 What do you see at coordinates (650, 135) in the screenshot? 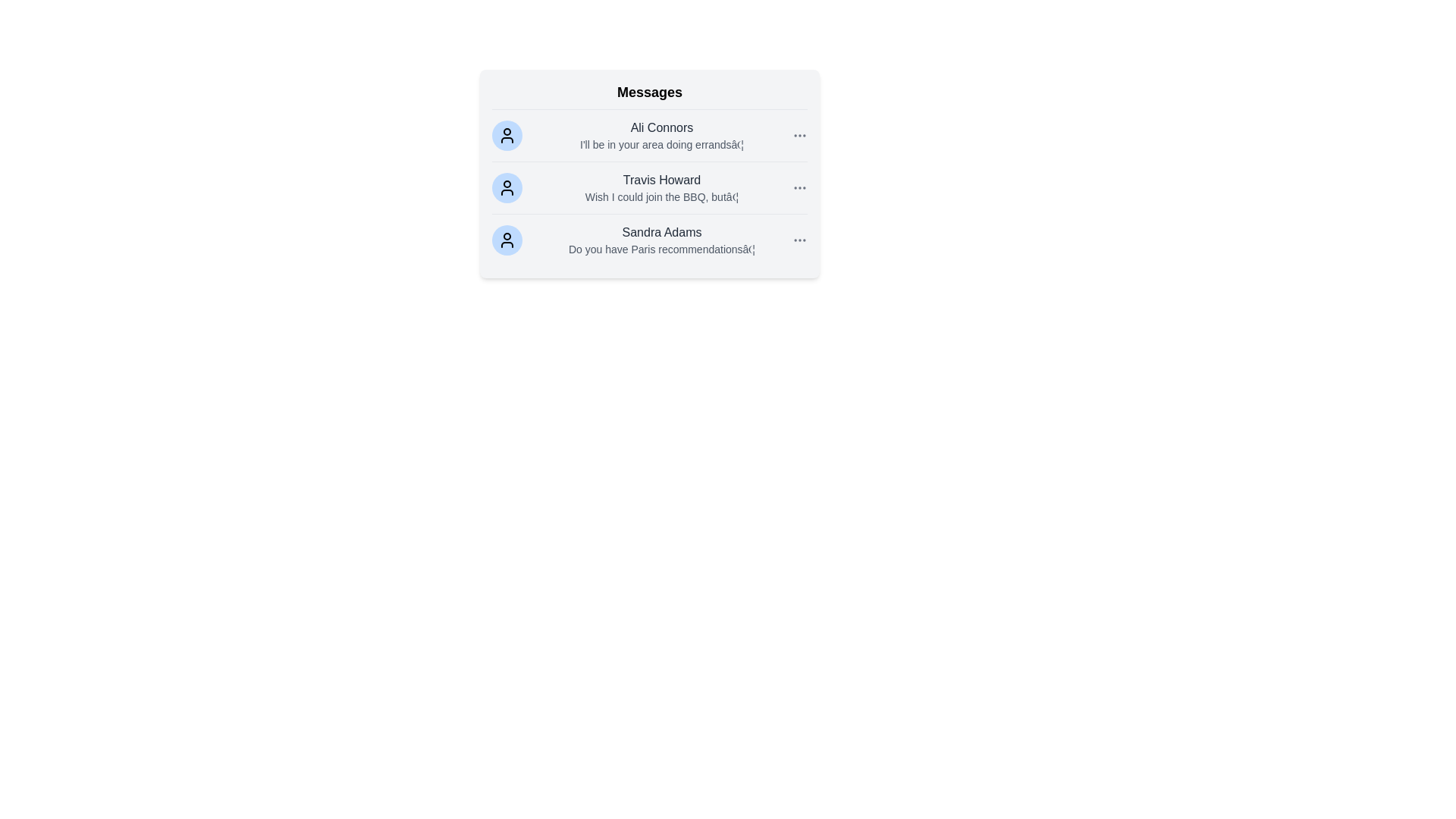
I see `the first message item in the list, which includes the user avatar, the title 'Ali Connors', and the subtitle 'I'll be in your area doing errands…'` at bounding box center [650, 135].